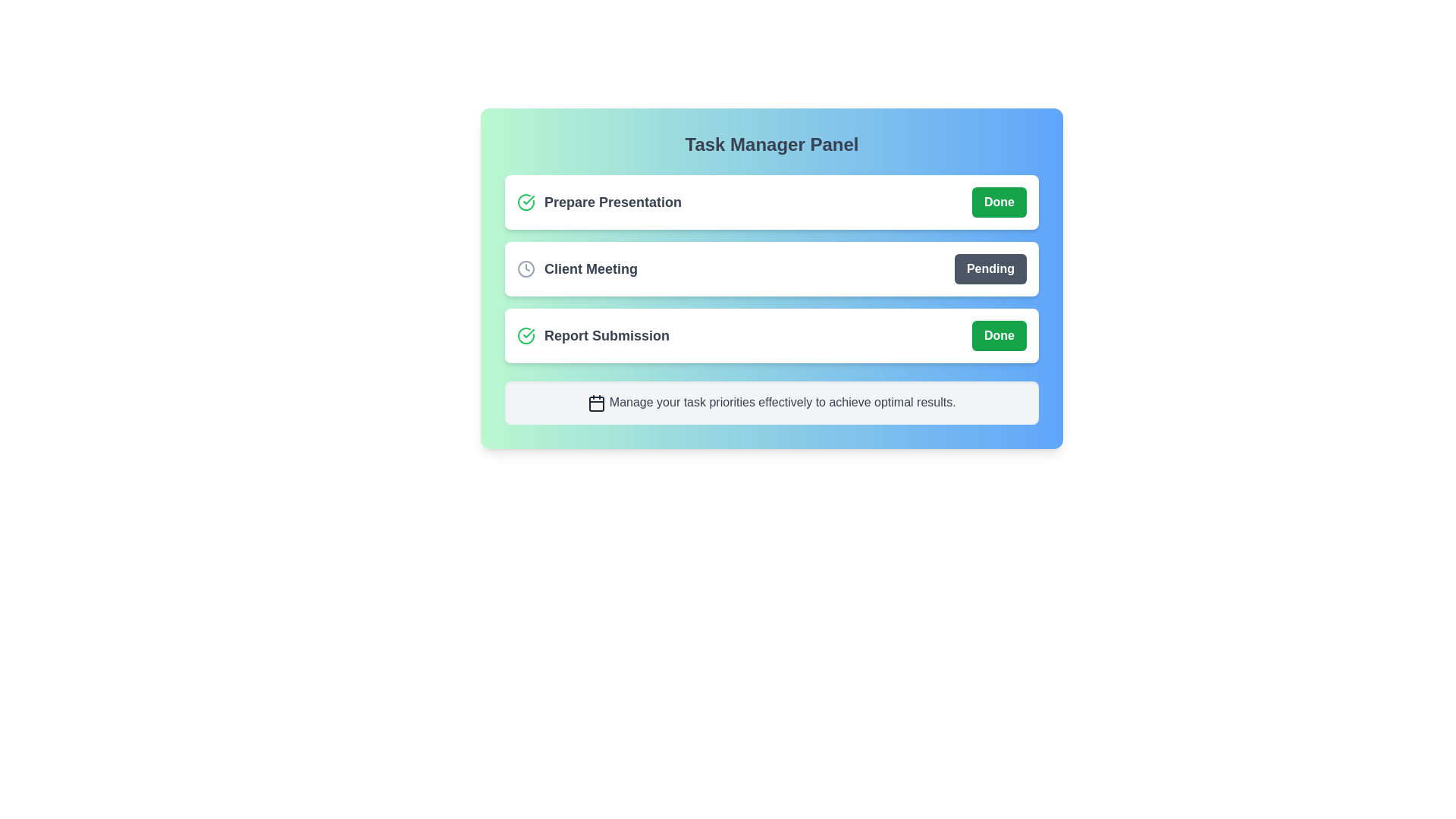  I want to click on the button labeled Pending to observe its hover effect, so click(990, 268).